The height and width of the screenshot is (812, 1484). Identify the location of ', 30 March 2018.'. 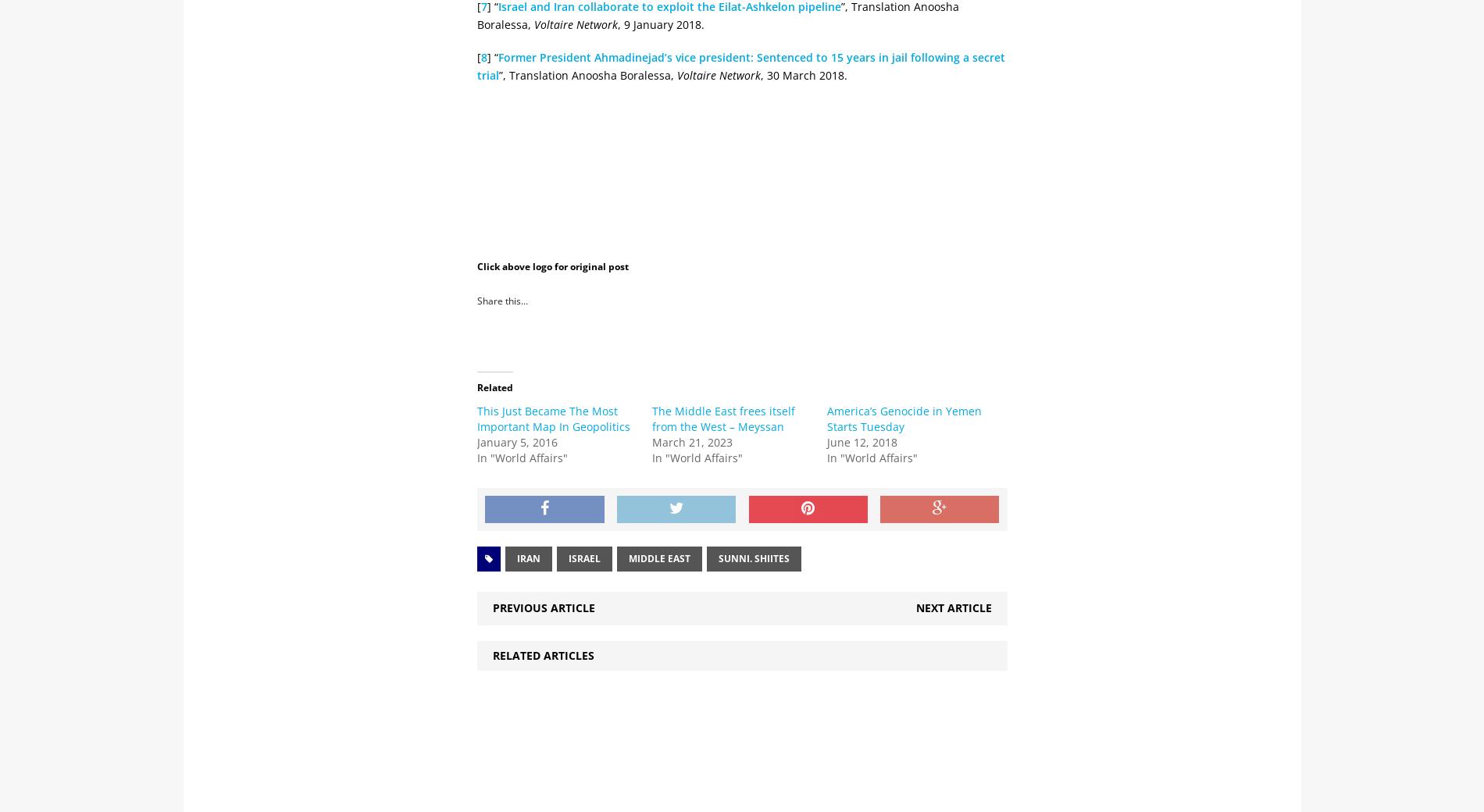
(760, 73).